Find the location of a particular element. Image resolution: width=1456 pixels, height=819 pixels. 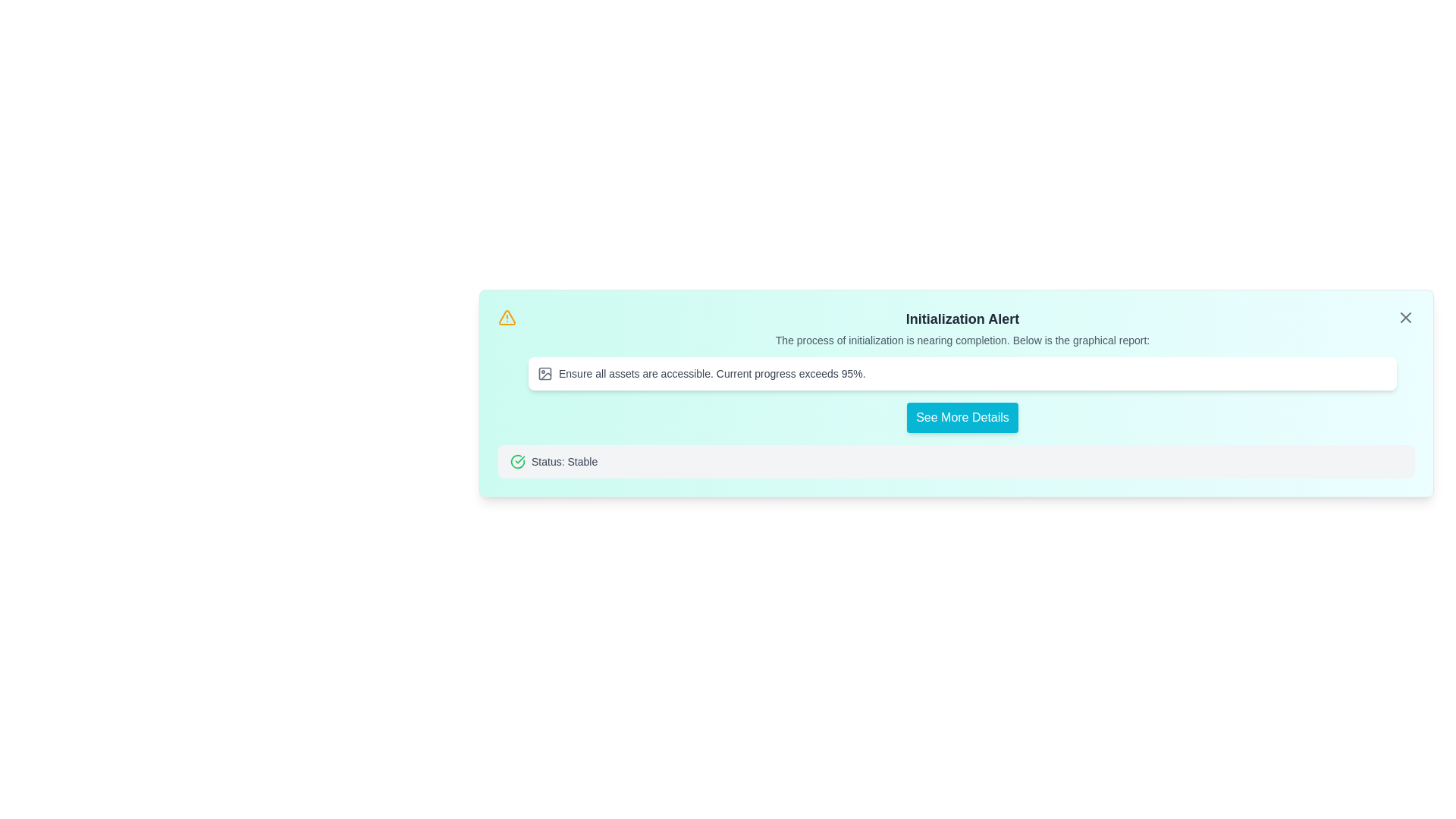

the close button located at the top-right corner of the alert to close it is located at coordinates (1404, 317).